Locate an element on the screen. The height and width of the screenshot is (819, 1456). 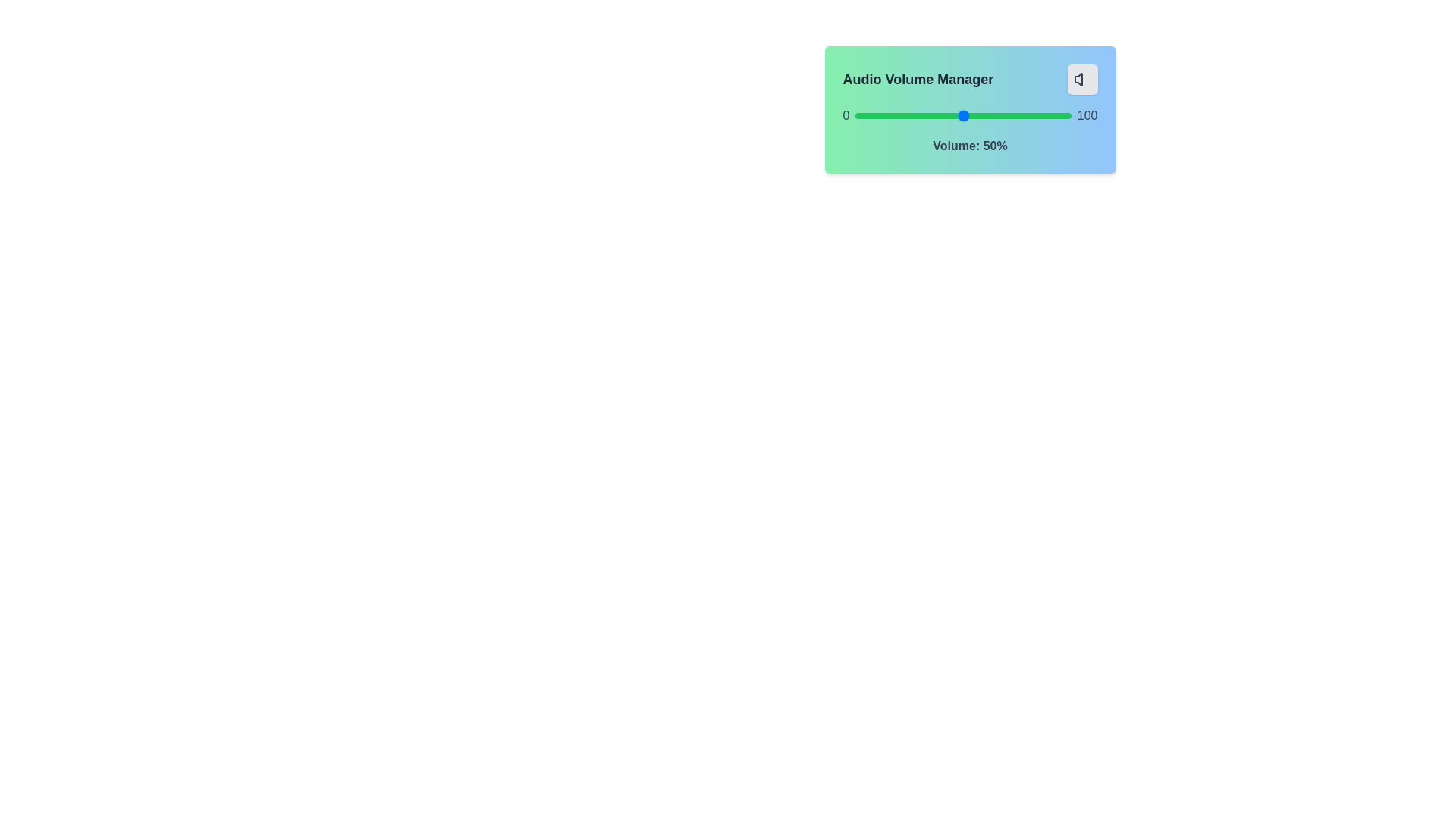
the audio volume is located at coordinates (1009, 115).